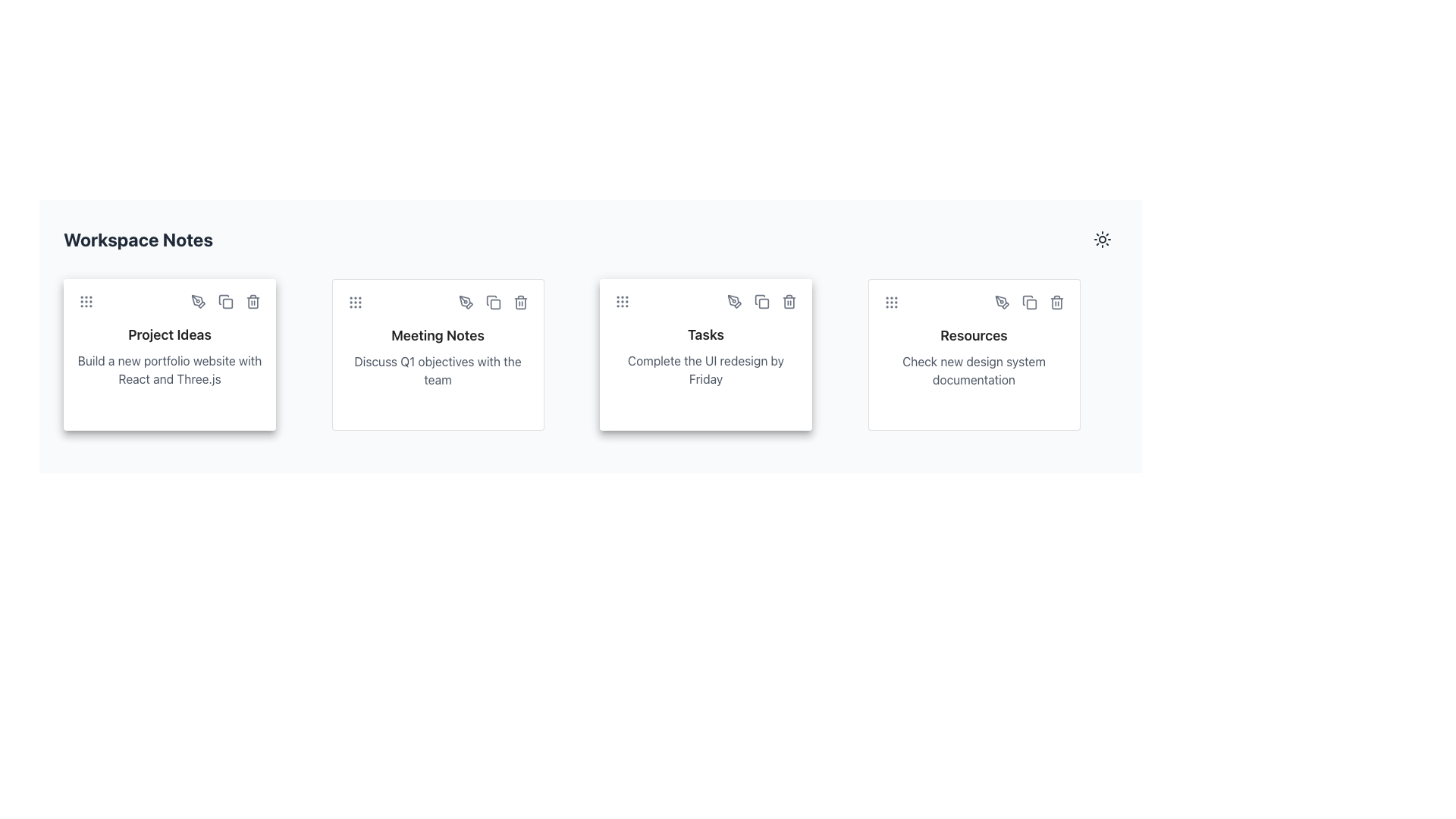  Describe the element at coordinates (705, 370) in the screenshot. I see `the text block that reads 'Complete the UI redesign by Friday' located within the 'Tasks' card` at that location.